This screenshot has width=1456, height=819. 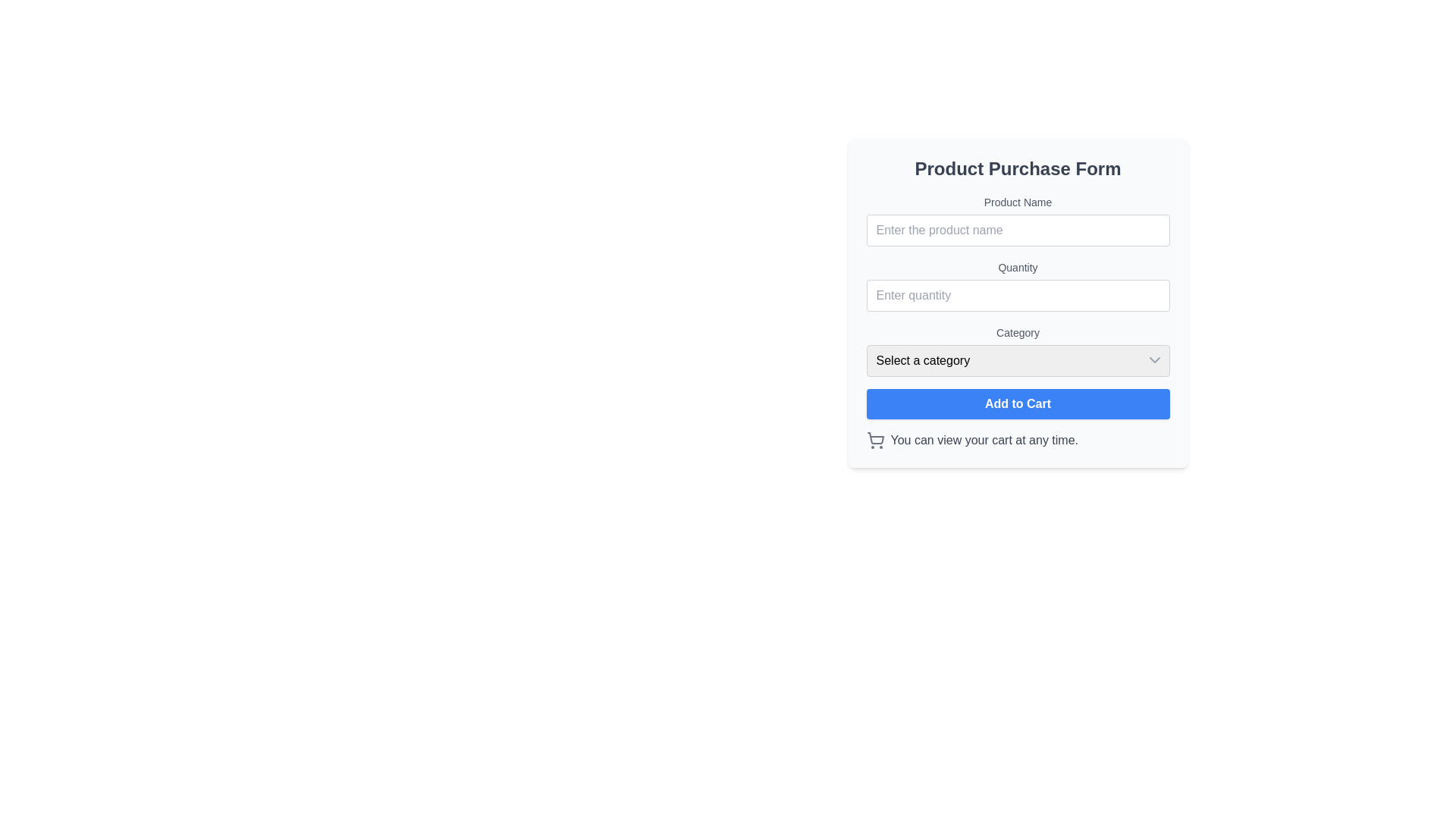 What do you see at coordinates (1018, 350) in the screenshot?
I see `the product category Dropdown menu located below the 'Quantity' input field and above the 'Add to Cart' button` at bounding box center [1018, 350].